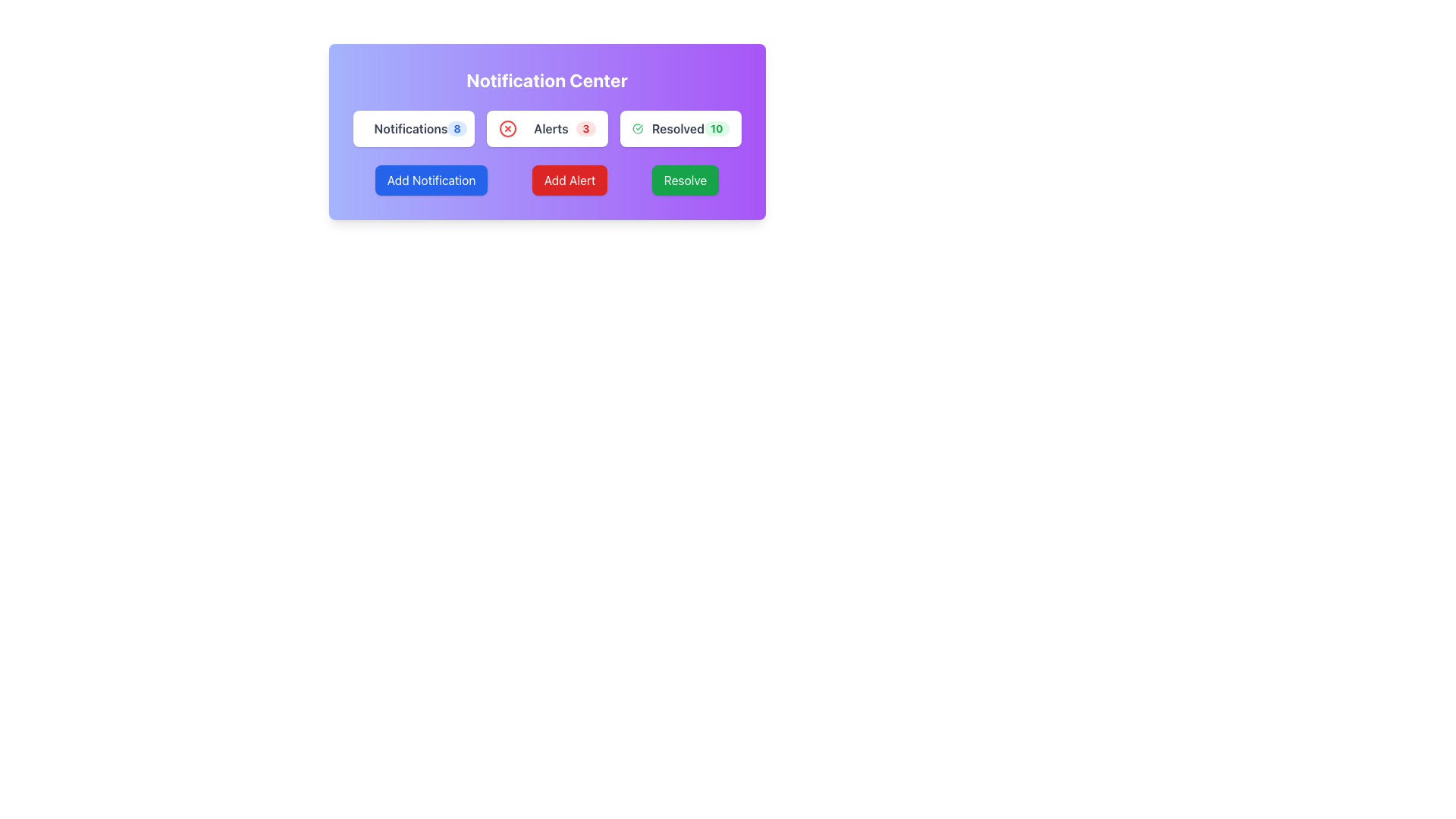  I want to click on the text label indicating the resolved state of items, which is positioned to the right of a green checkmark icon and to the left of a green-highlighted number '10', so click(677, 127).